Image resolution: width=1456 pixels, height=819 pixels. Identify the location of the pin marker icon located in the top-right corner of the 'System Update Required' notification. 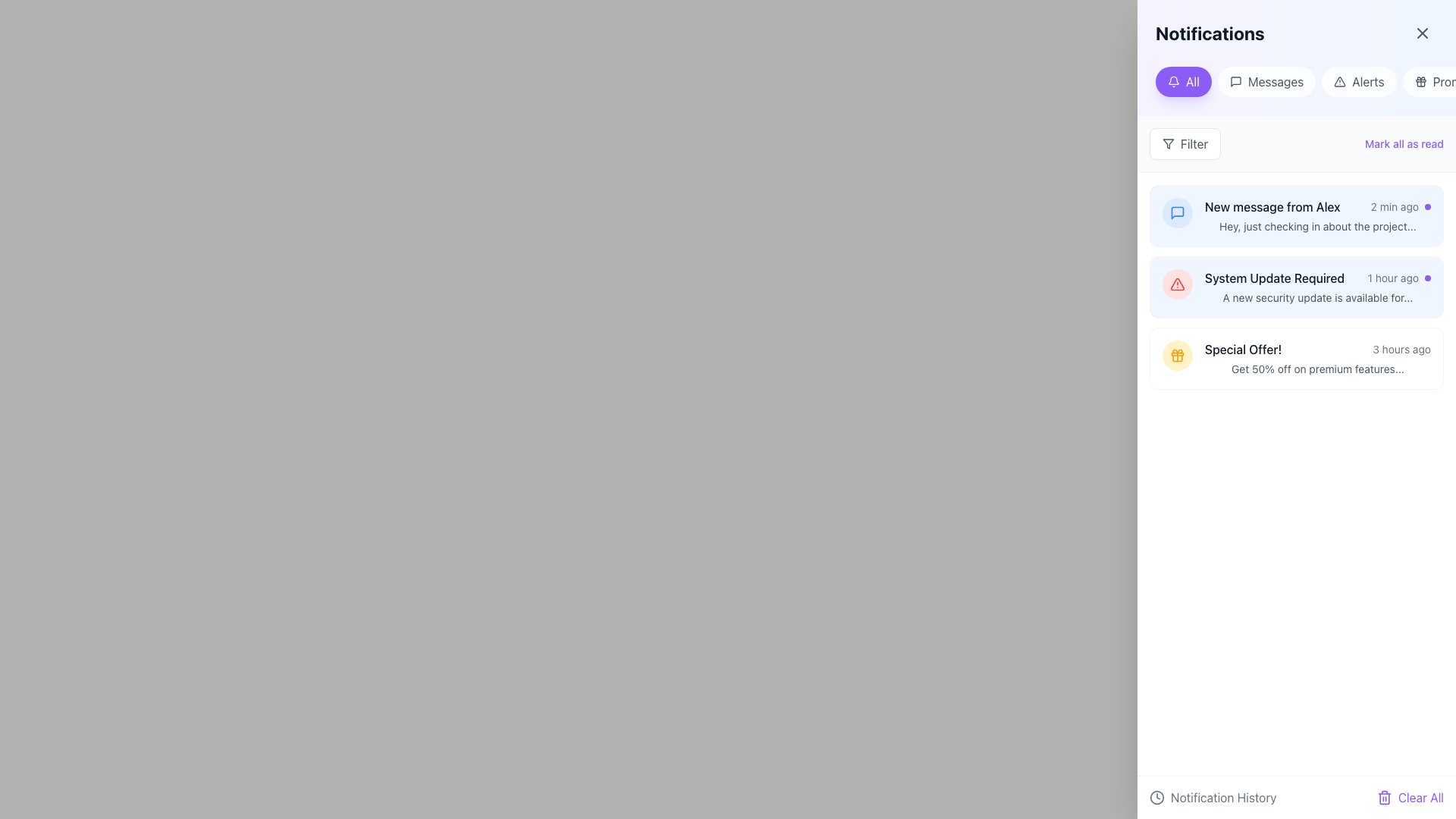
(1388, 286).